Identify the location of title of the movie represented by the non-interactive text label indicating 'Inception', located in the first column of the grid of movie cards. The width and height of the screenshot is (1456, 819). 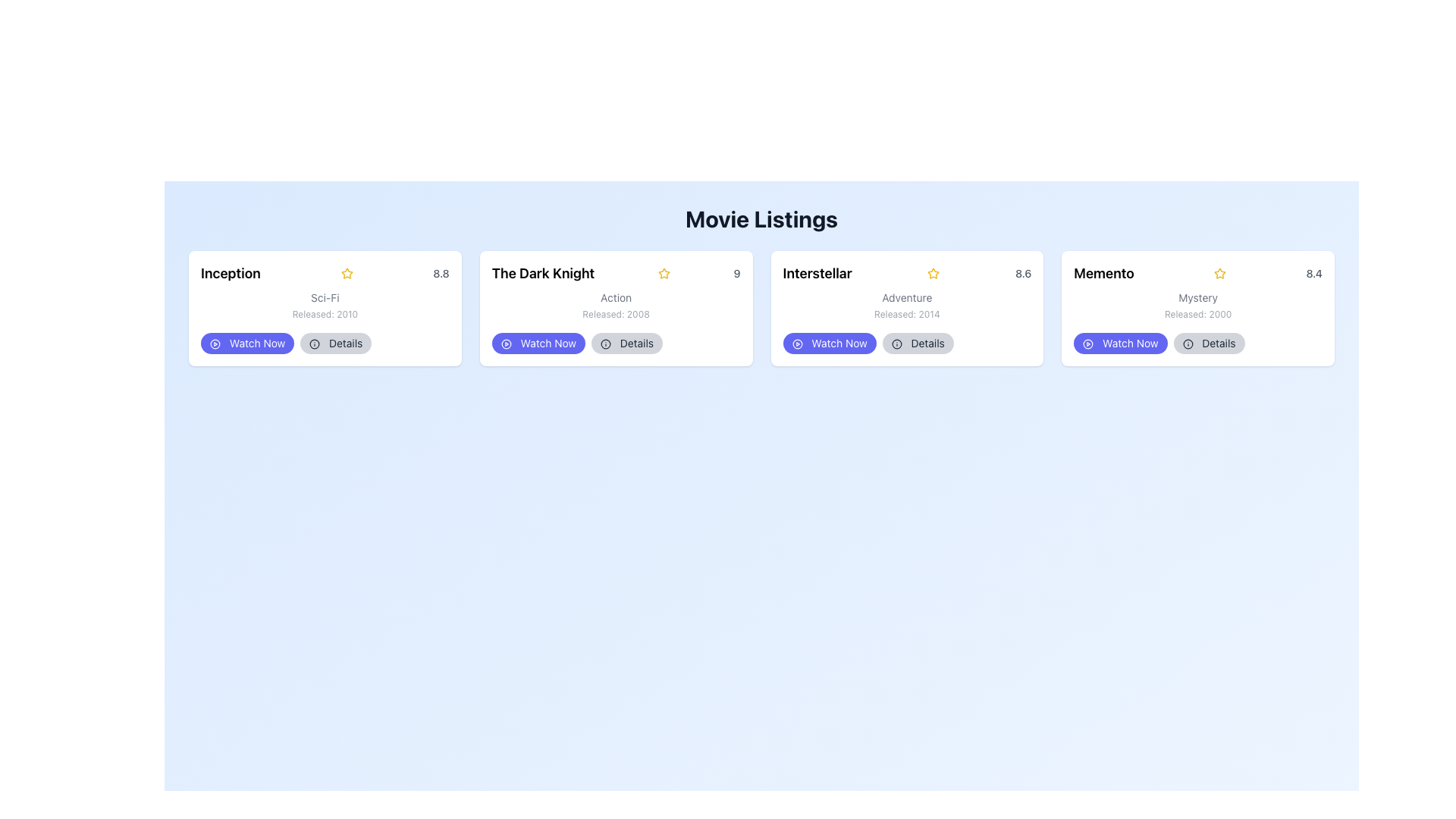
(230, 274).